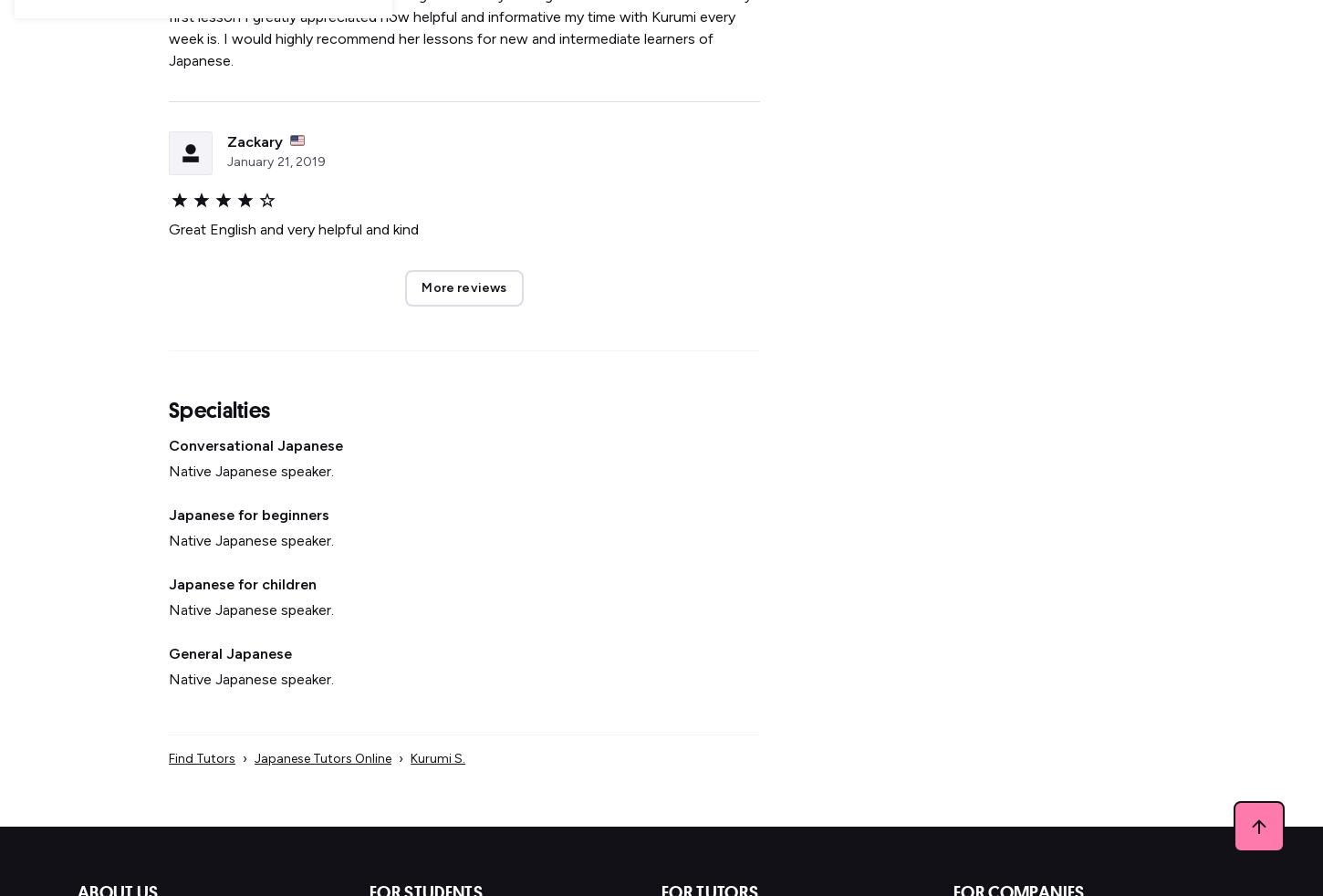 The height and width of the screenshot is (896, 1323). Describe the element at coordinates (255, 445) in the screenshot. I see `'Conversational Japanese'` at that location.